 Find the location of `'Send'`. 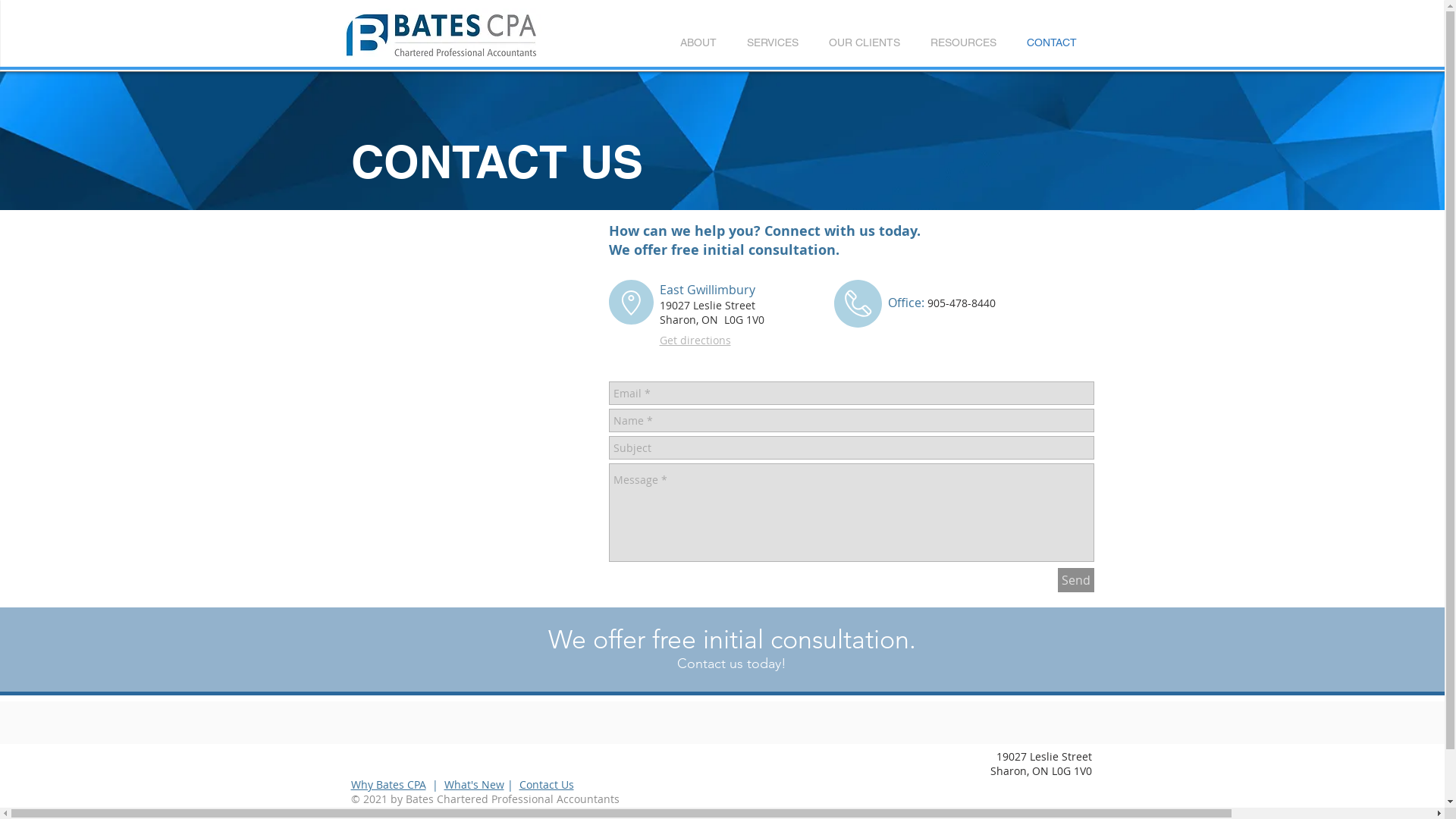

'Send' is located at coordinates (1074, 579).